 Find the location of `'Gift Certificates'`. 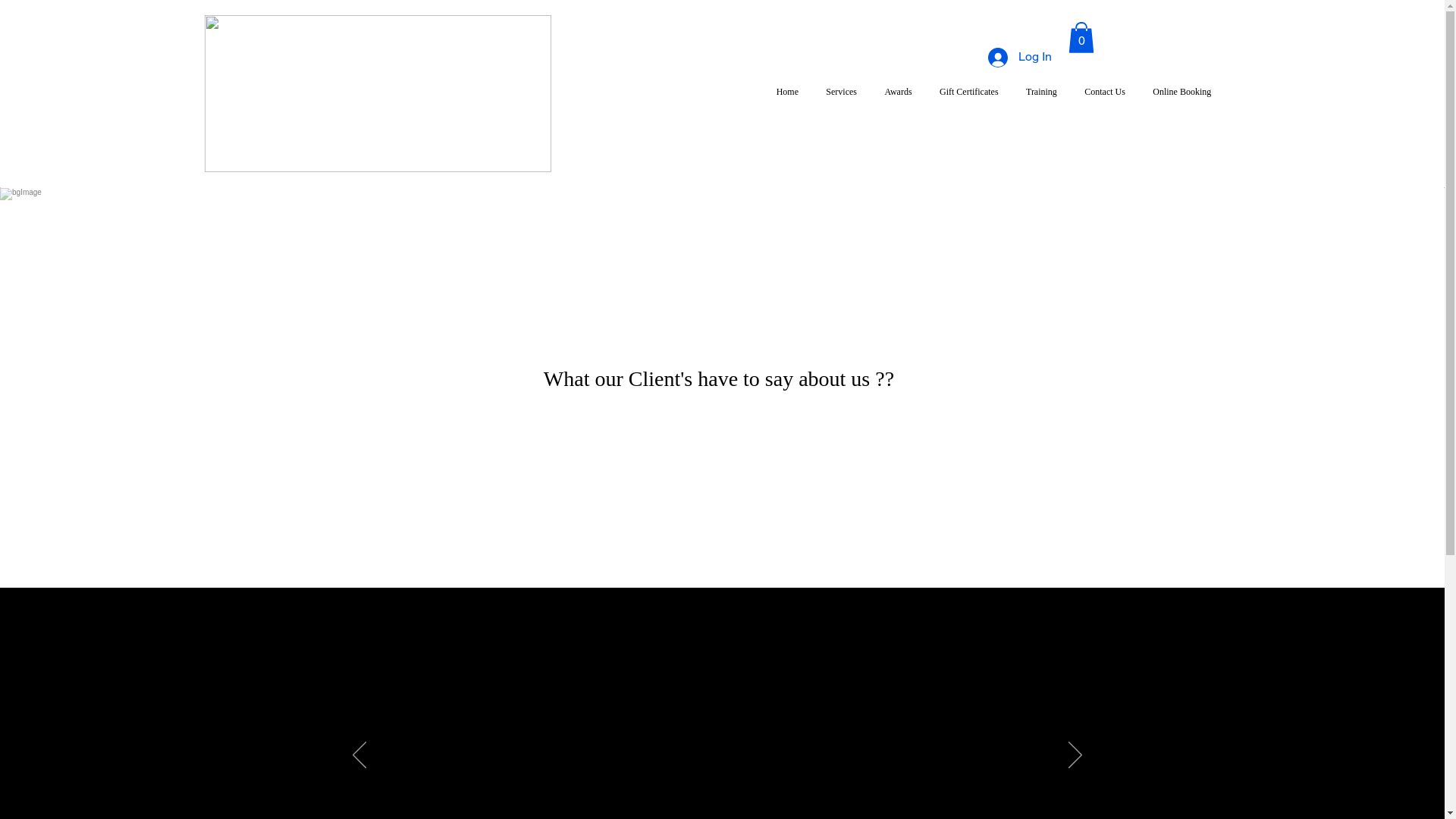

'Gift Certificates' is located at coordinates (968, 91).